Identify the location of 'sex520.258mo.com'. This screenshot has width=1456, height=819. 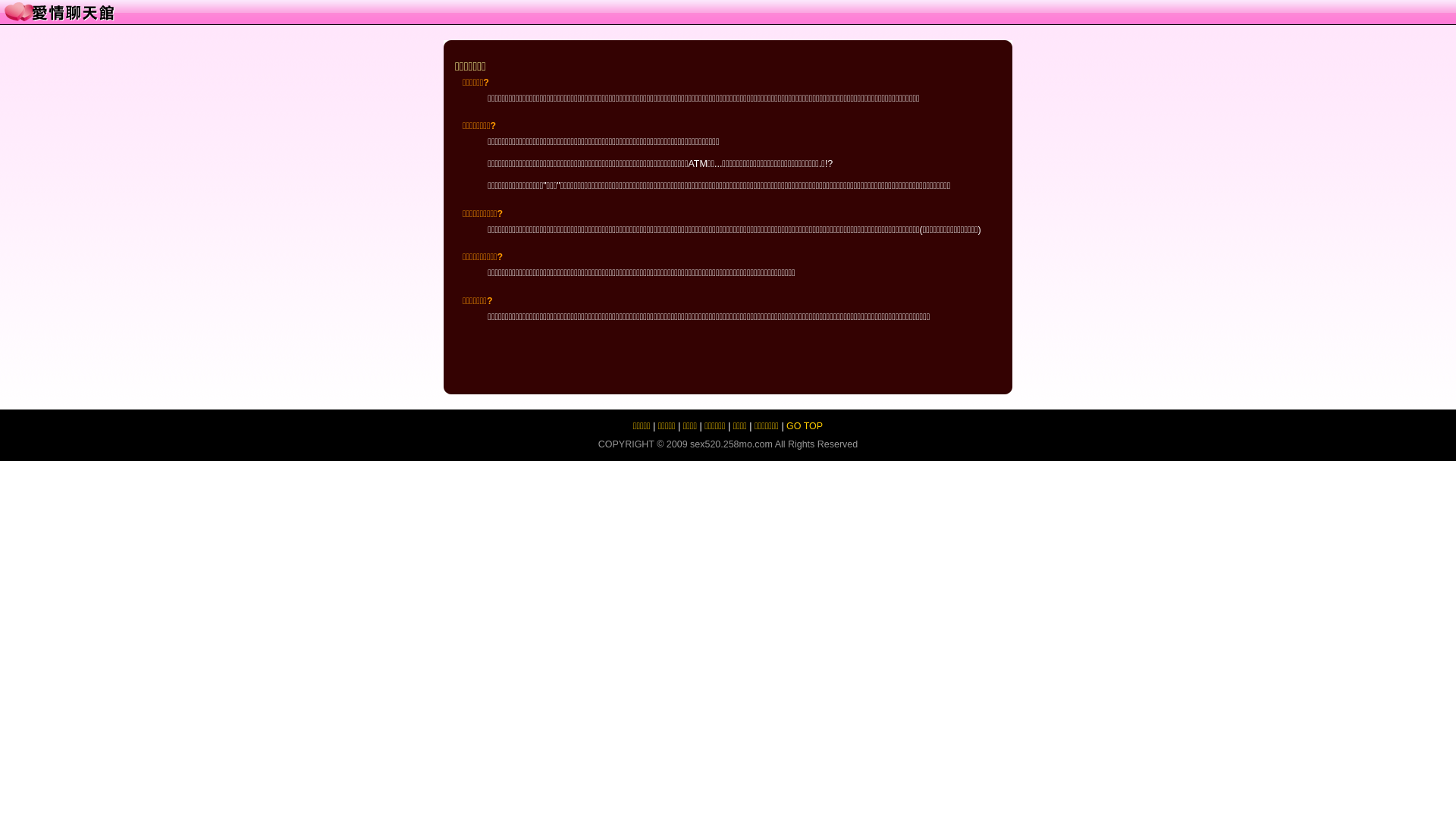
(689, 444).